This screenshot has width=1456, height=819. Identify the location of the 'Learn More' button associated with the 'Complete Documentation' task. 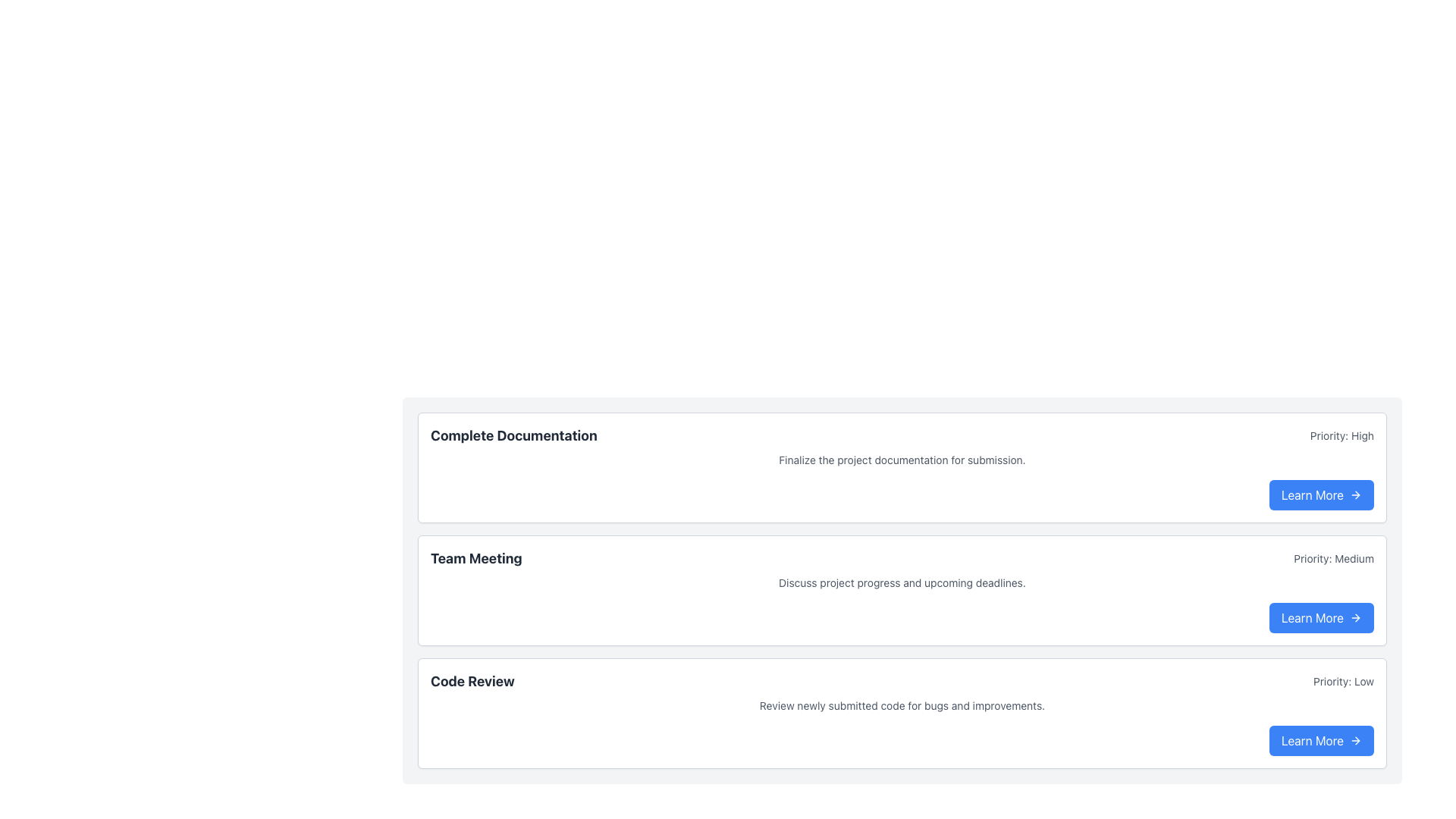
(1320, 494).